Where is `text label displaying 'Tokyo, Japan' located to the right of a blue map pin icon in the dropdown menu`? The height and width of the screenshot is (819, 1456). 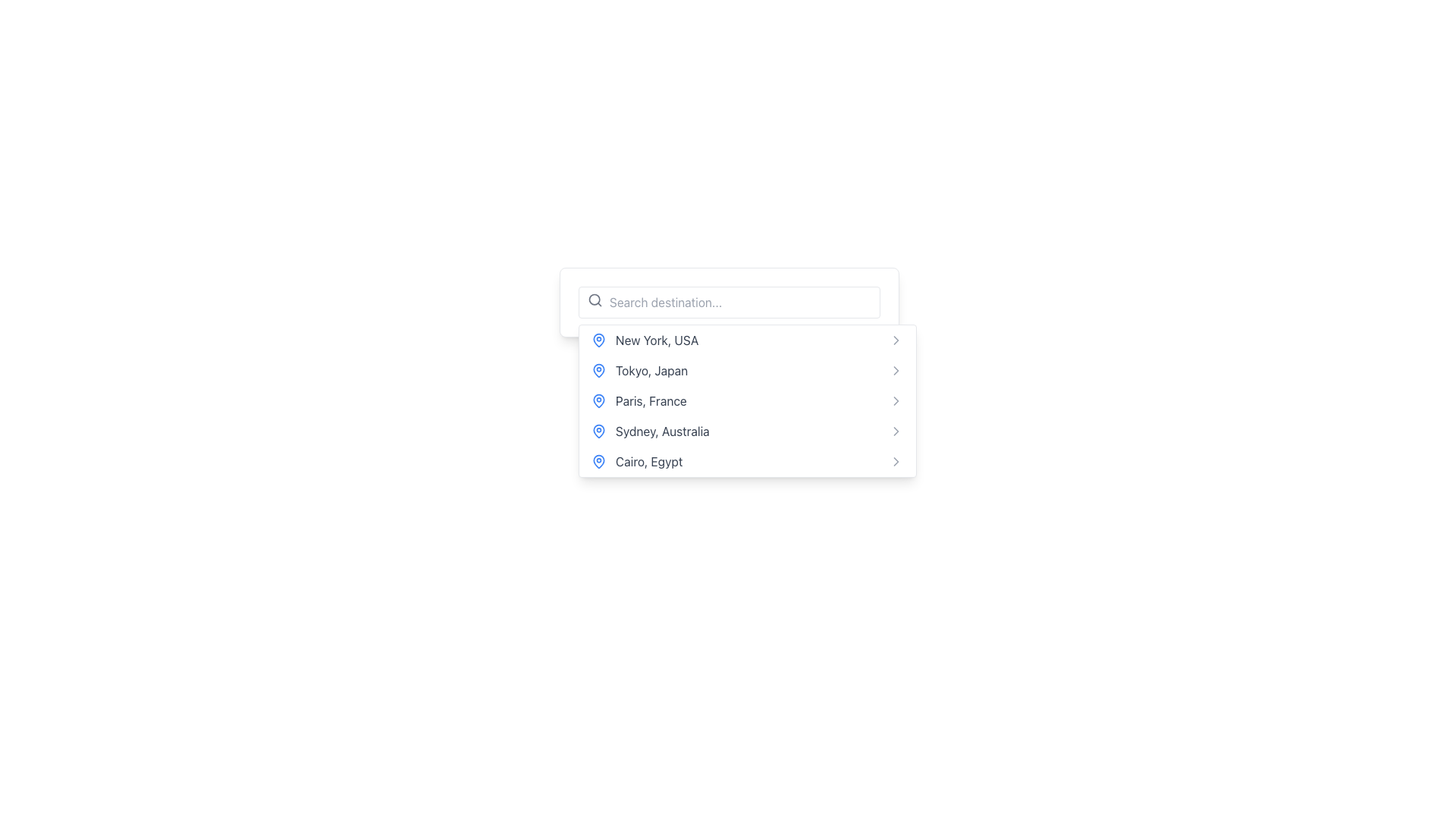 text label displaying 'Tokyo, Japan' located to the right of a blue map pin icon in the dropdown menu is located at coordinates (651, 371).